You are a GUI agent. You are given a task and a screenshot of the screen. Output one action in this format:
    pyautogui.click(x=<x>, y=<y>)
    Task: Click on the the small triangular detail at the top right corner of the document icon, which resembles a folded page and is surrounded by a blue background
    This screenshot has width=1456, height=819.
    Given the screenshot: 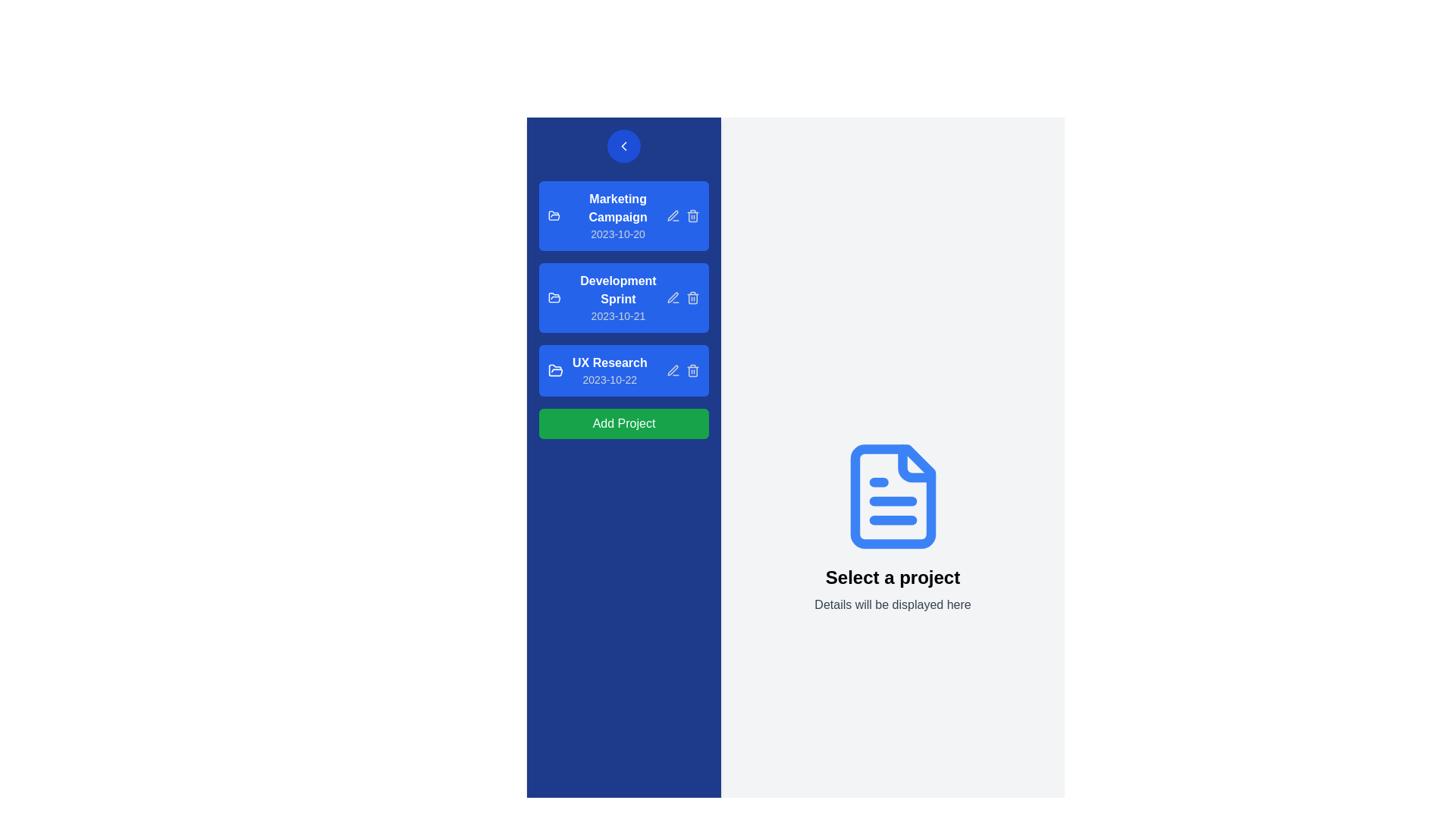 What is the action you would take?
    pyautogui.click(x=915, y=463)
    